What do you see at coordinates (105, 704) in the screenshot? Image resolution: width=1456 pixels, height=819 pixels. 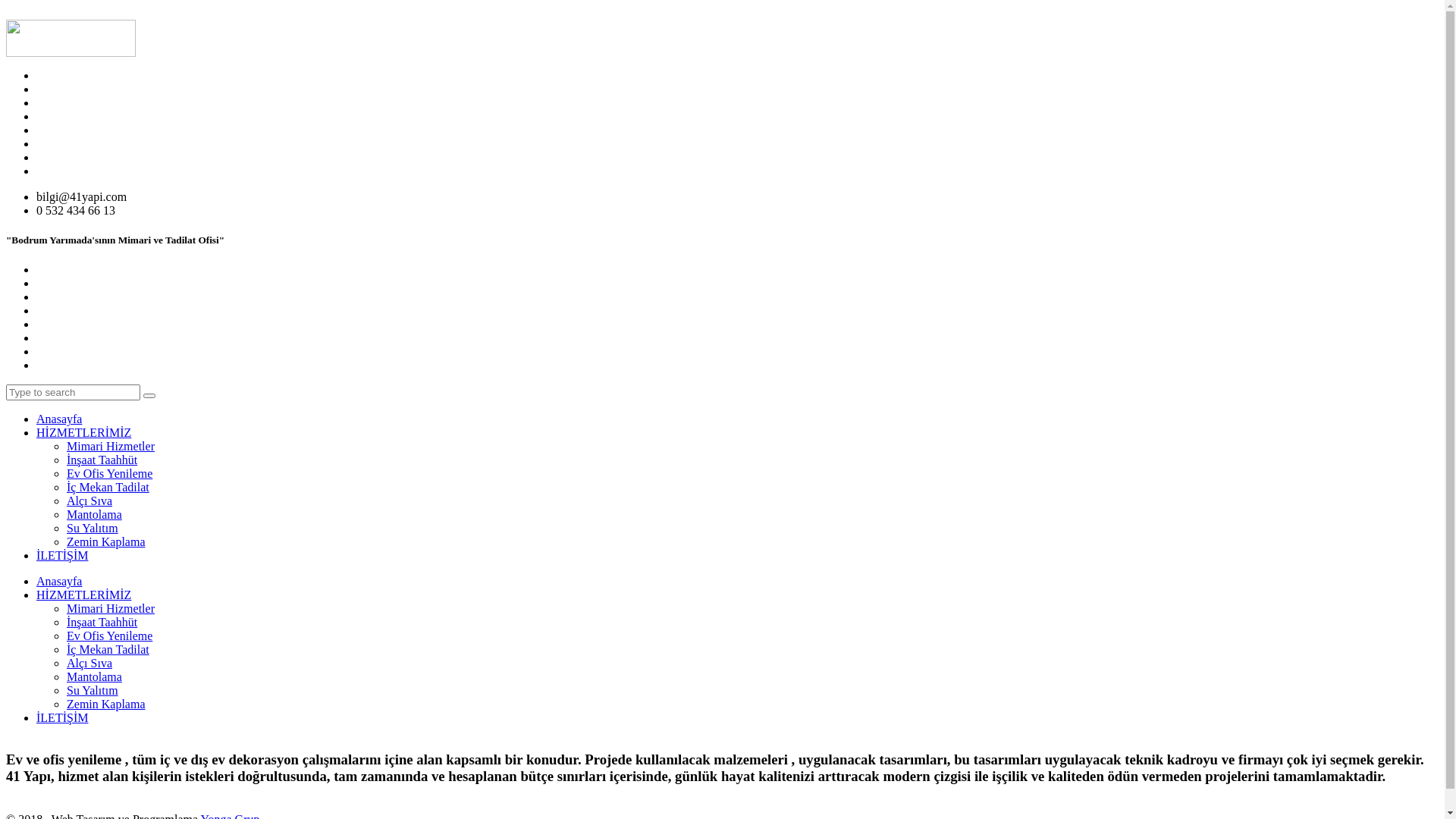 I see `'Zemin Kaplama'` at bounding box center [105, 704].